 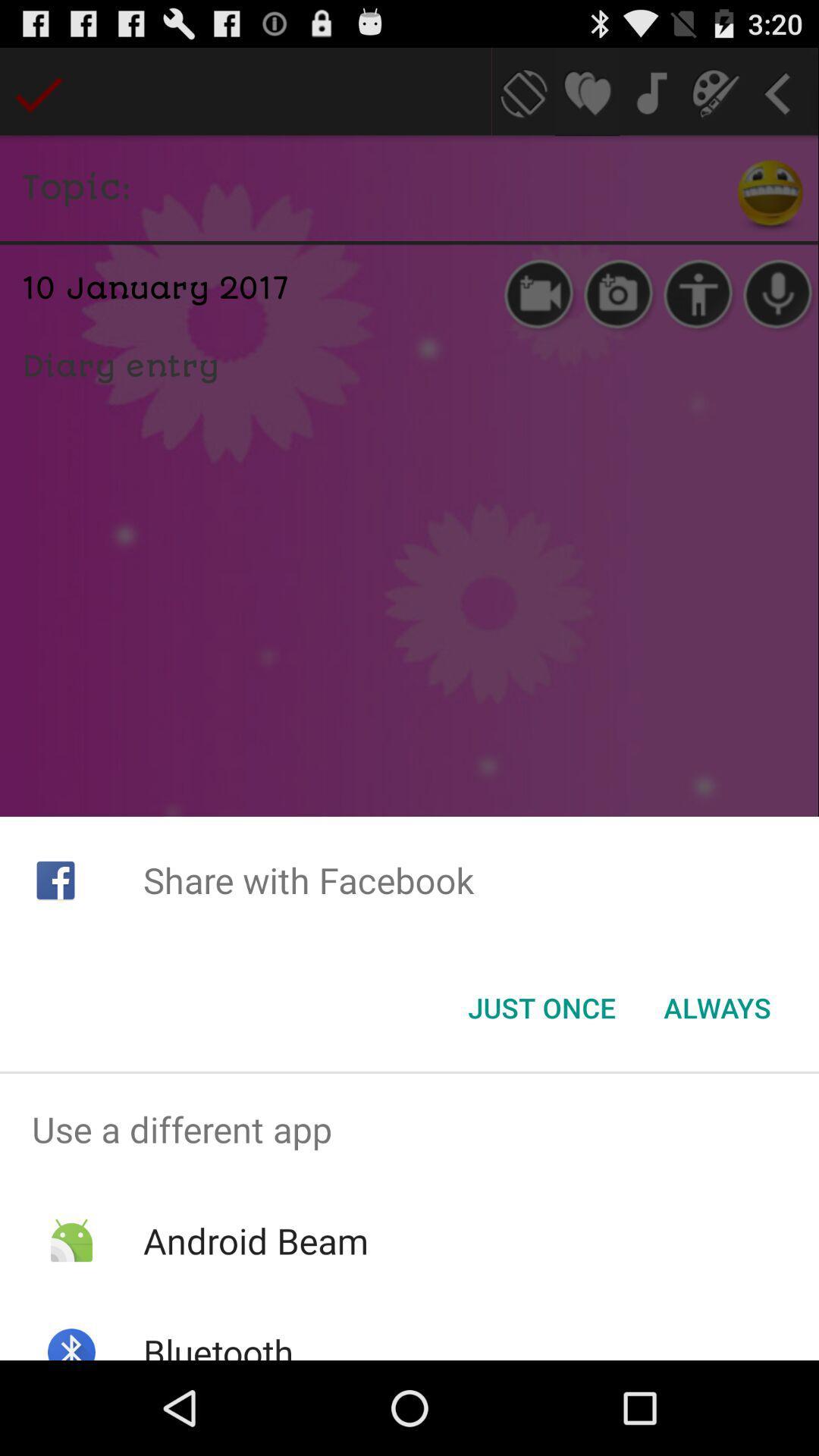 I want to click on item above android beam item, so click(x=409, y=1129).